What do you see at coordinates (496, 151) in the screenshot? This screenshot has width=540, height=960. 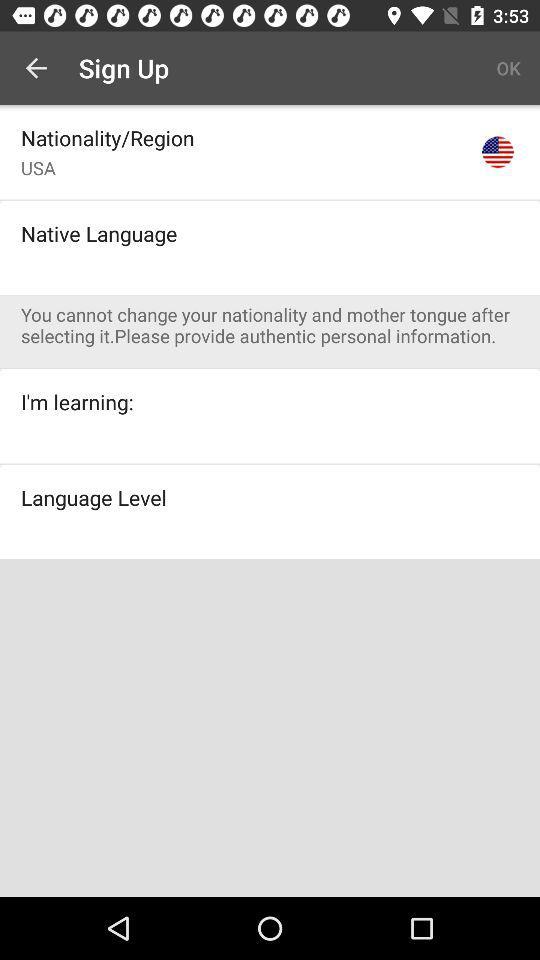 I see `the item below the ok icon` at bounding box center [496, 151].